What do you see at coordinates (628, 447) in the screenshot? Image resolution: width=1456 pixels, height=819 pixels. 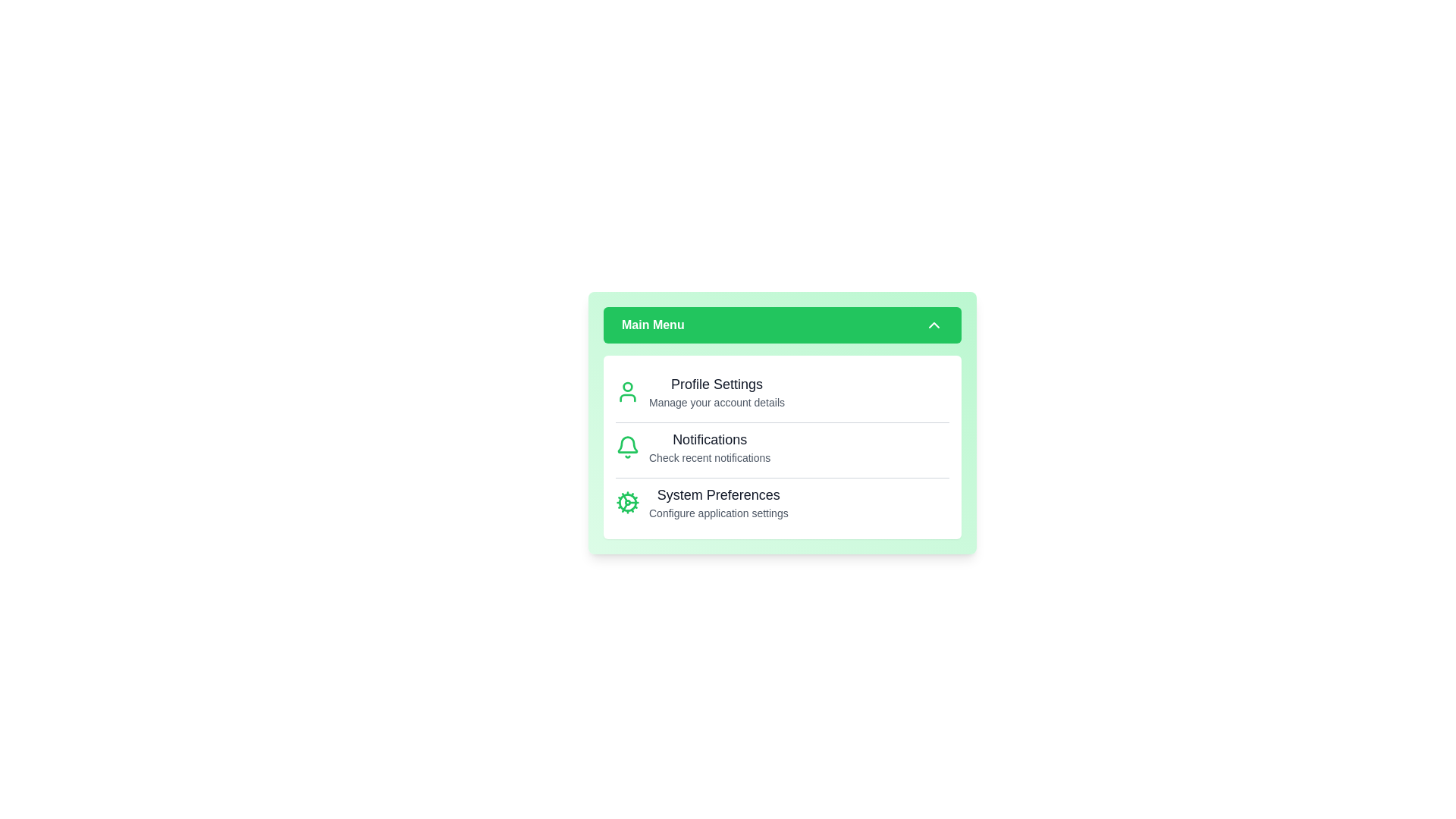 I see `the icon for Notifications to interact with it` at bounding box center [628, 447].